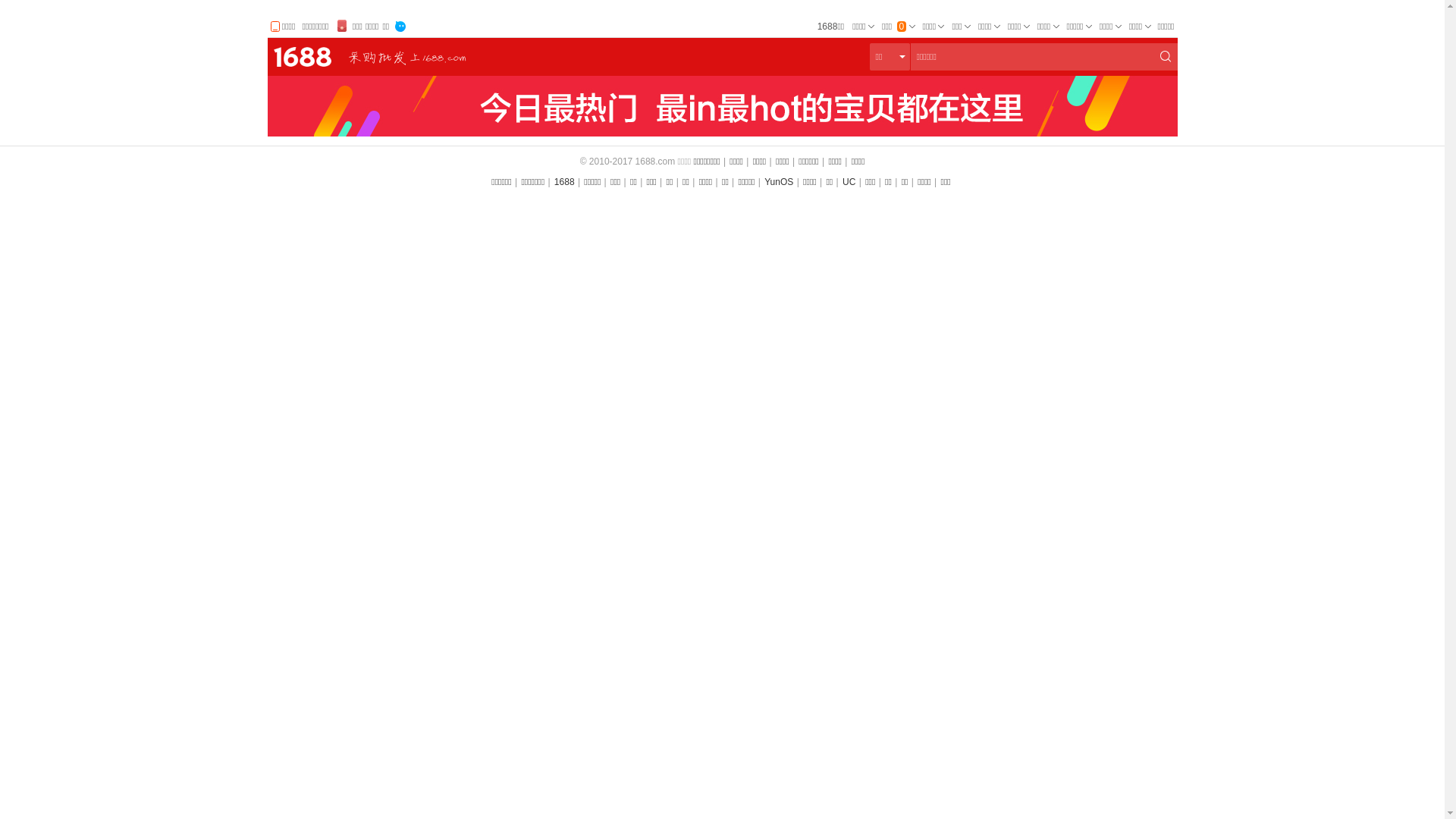 The height and width of the screenshot is (819, 1456). What do you see at coordinates (841, 180) in the screenshot?
I see `'UC'` at bounding box center [841, 180].